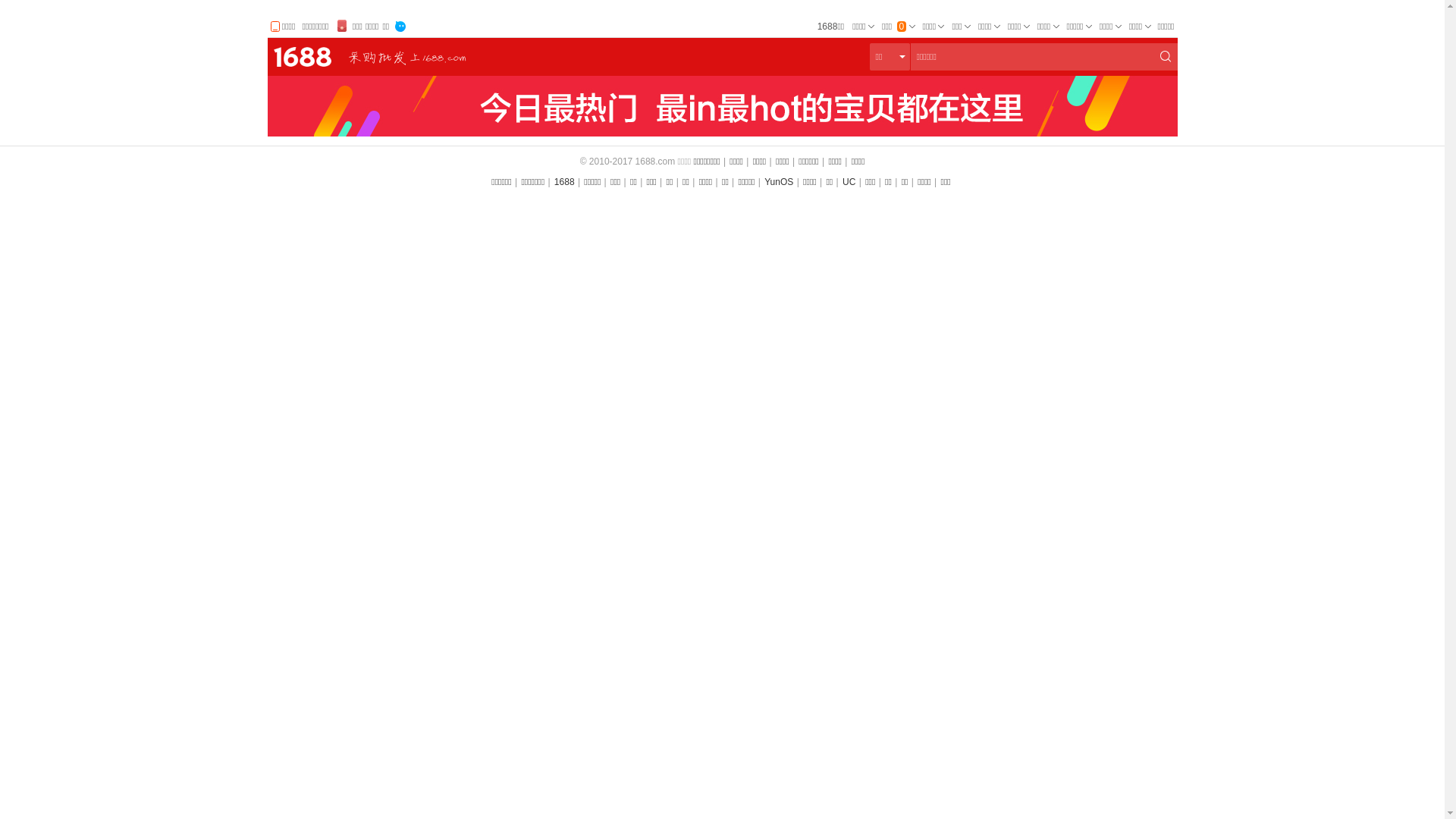 The height and width of the screenshot is (819, 1456). What do you see at coordinates (841, 180) in the screenshot?
I see `'UC'` at bounding box center [841, 180].